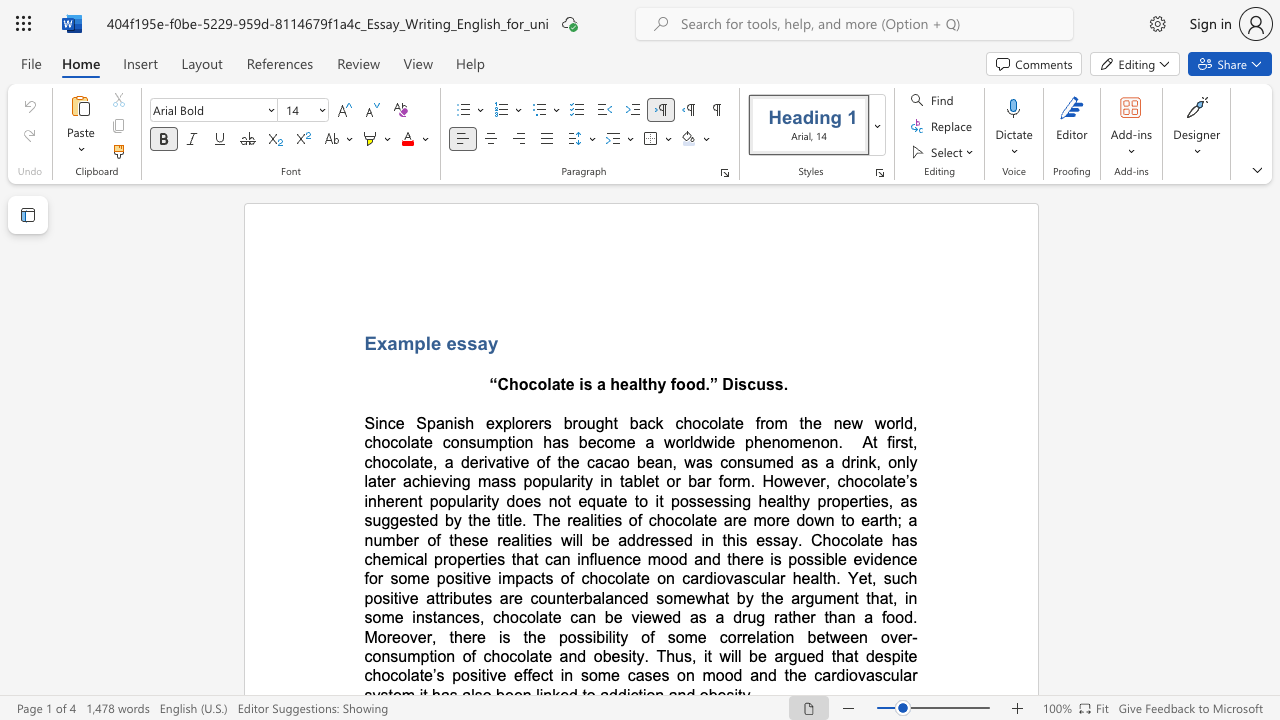 This screenshot has height=720, width=1280. Describe the element at coordinates (862, 559) in the screenshot. I see `the subset text "vi" within the text "possible evidence"` at that location.